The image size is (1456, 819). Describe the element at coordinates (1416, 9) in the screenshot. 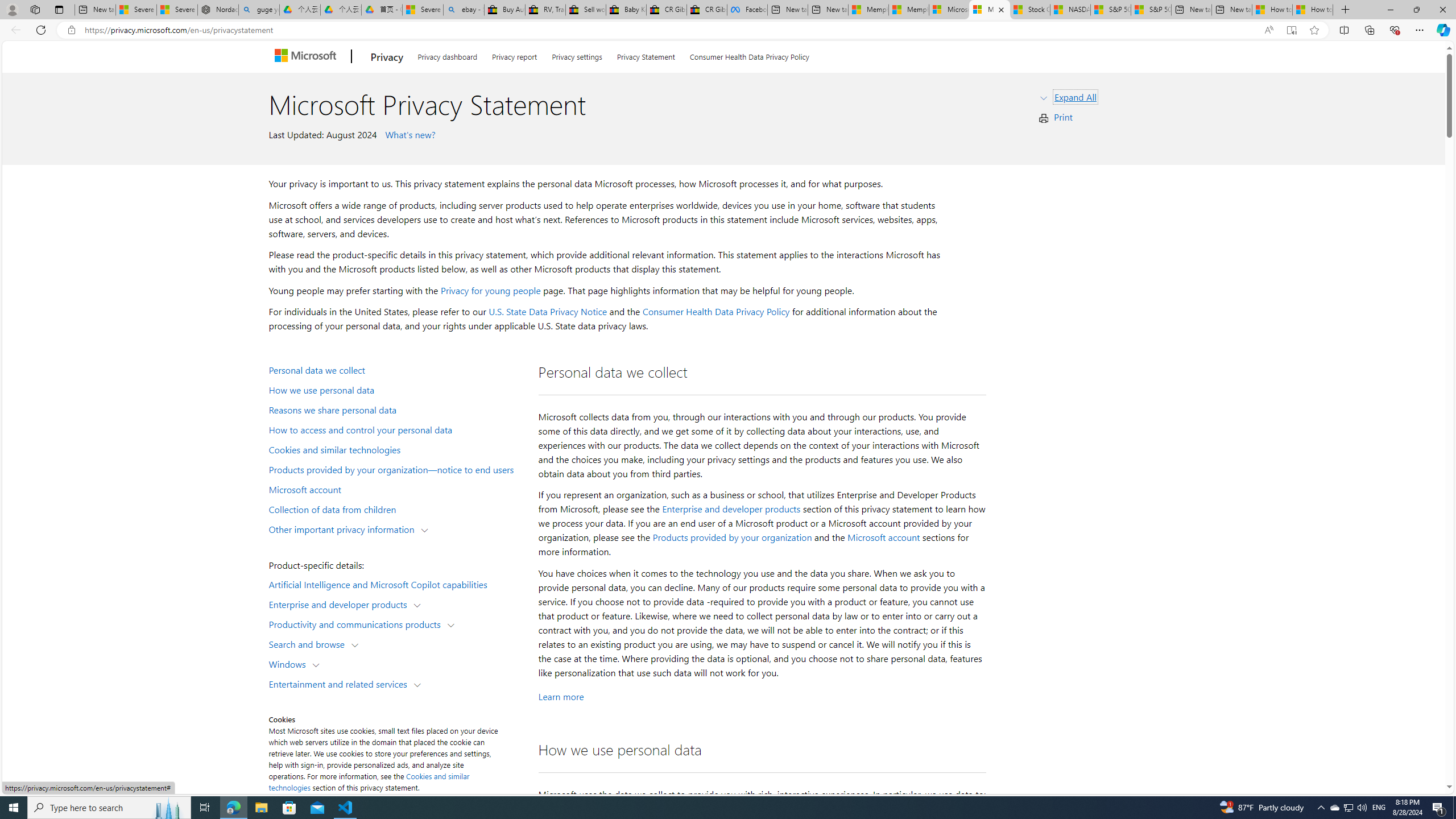

I see `'Restore'` at that location.